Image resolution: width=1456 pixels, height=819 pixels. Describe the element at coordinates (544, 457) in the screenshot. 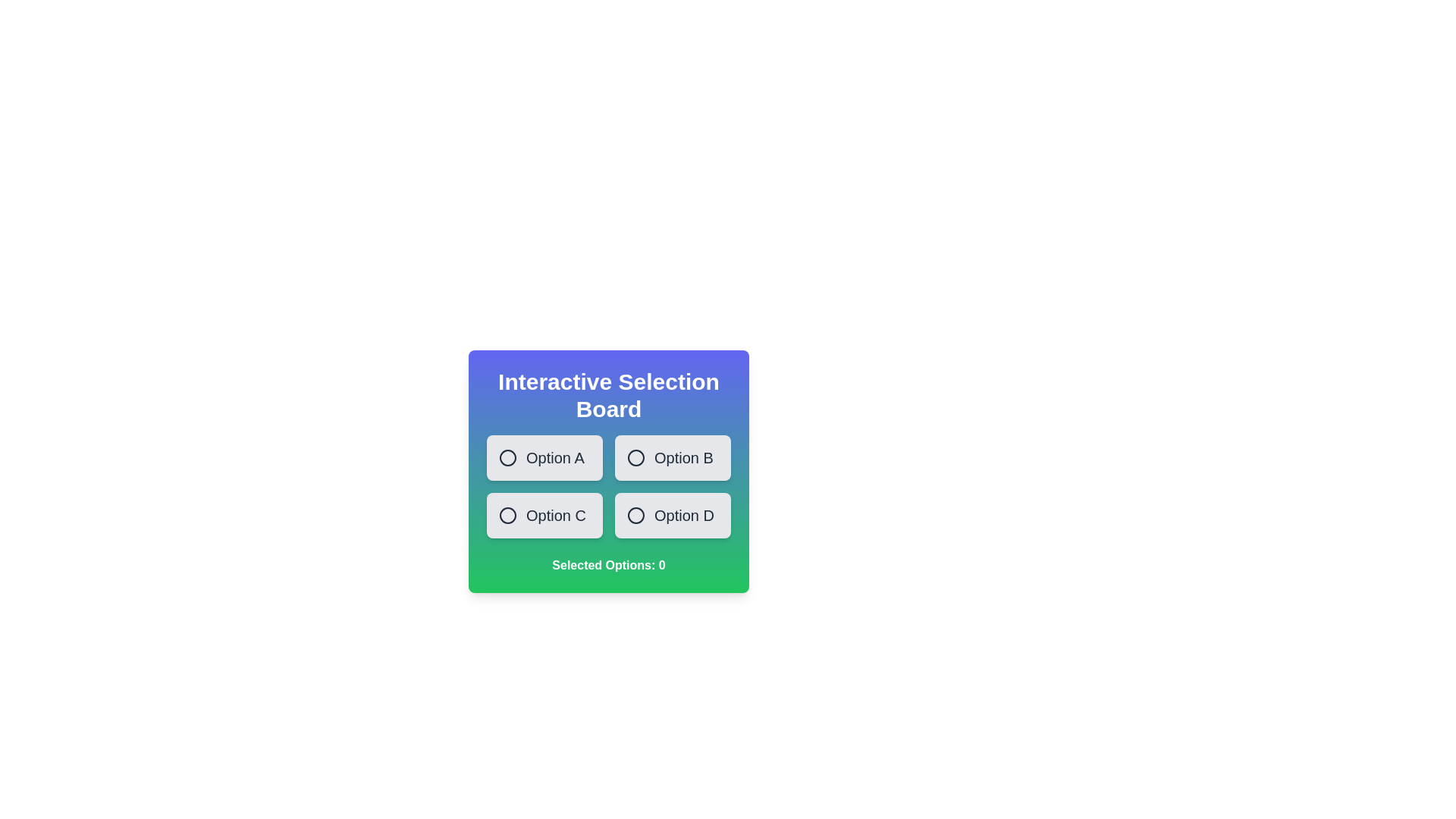

I see `the option Option A to observe the visual feedback` at that location.